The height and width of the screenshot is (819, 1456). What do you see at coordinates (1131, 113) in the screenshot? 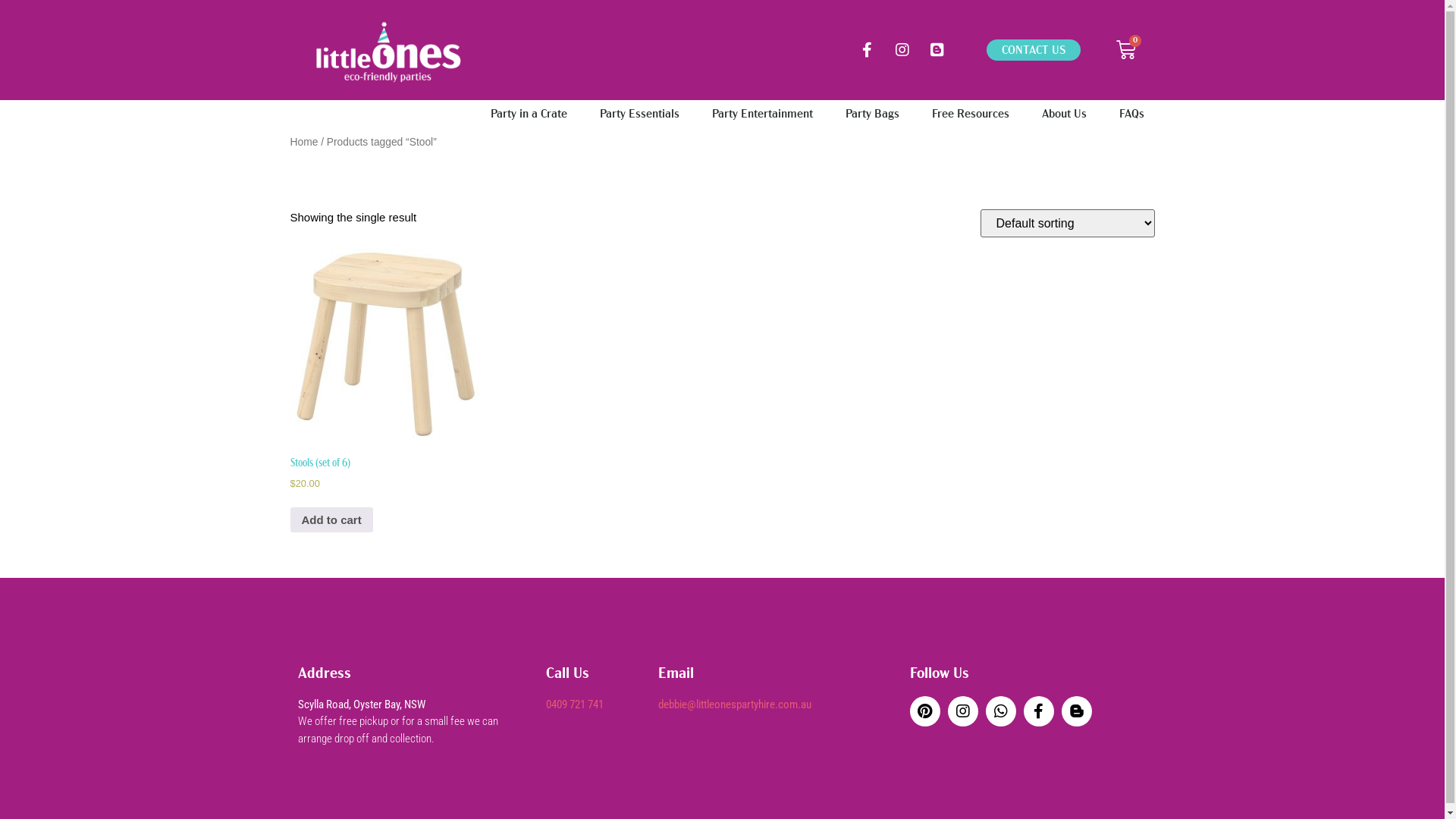
I see `'FAQs'` at bounding box center [1131, 113].